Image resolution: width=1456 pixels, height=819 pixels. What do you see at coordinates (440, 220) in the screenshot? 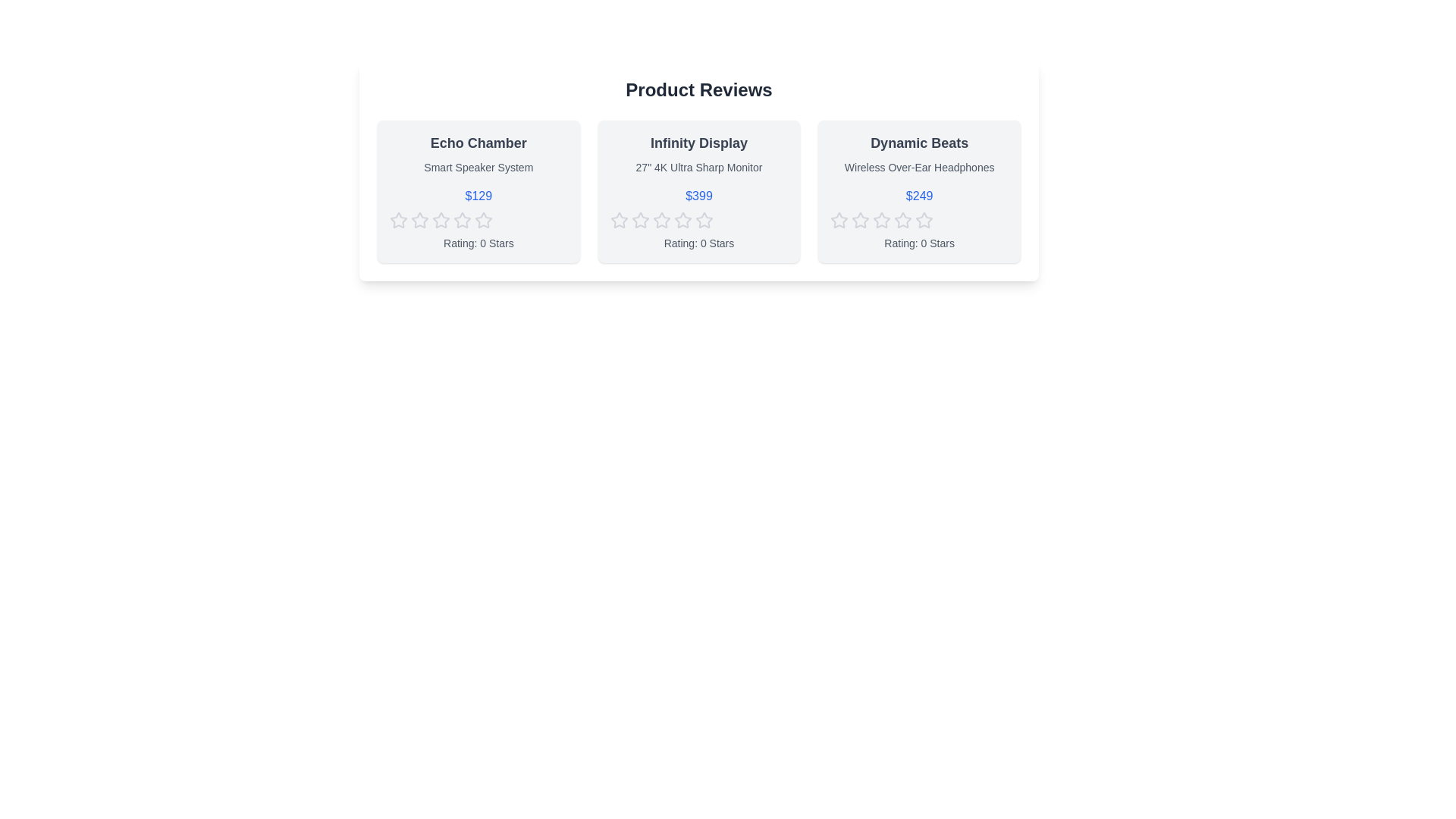
I see `the second star in the 5-star rating system on the 'Echo Chamber' product card to set a rating of 2 stars` at bounding box center [440, 220].